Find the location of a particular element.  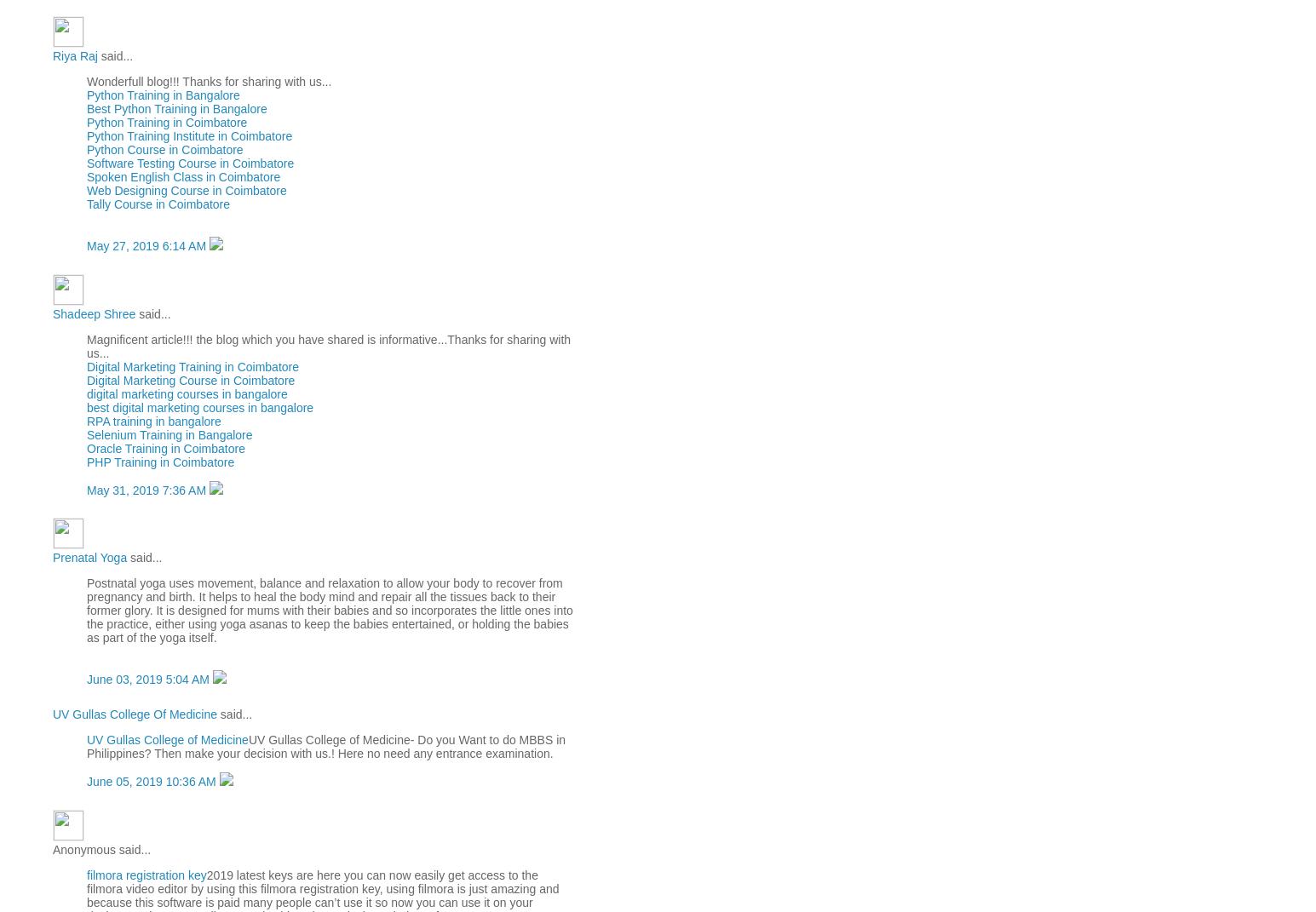

'Web Designing Course in Coimbatore' is located at coordinates (186, 188).